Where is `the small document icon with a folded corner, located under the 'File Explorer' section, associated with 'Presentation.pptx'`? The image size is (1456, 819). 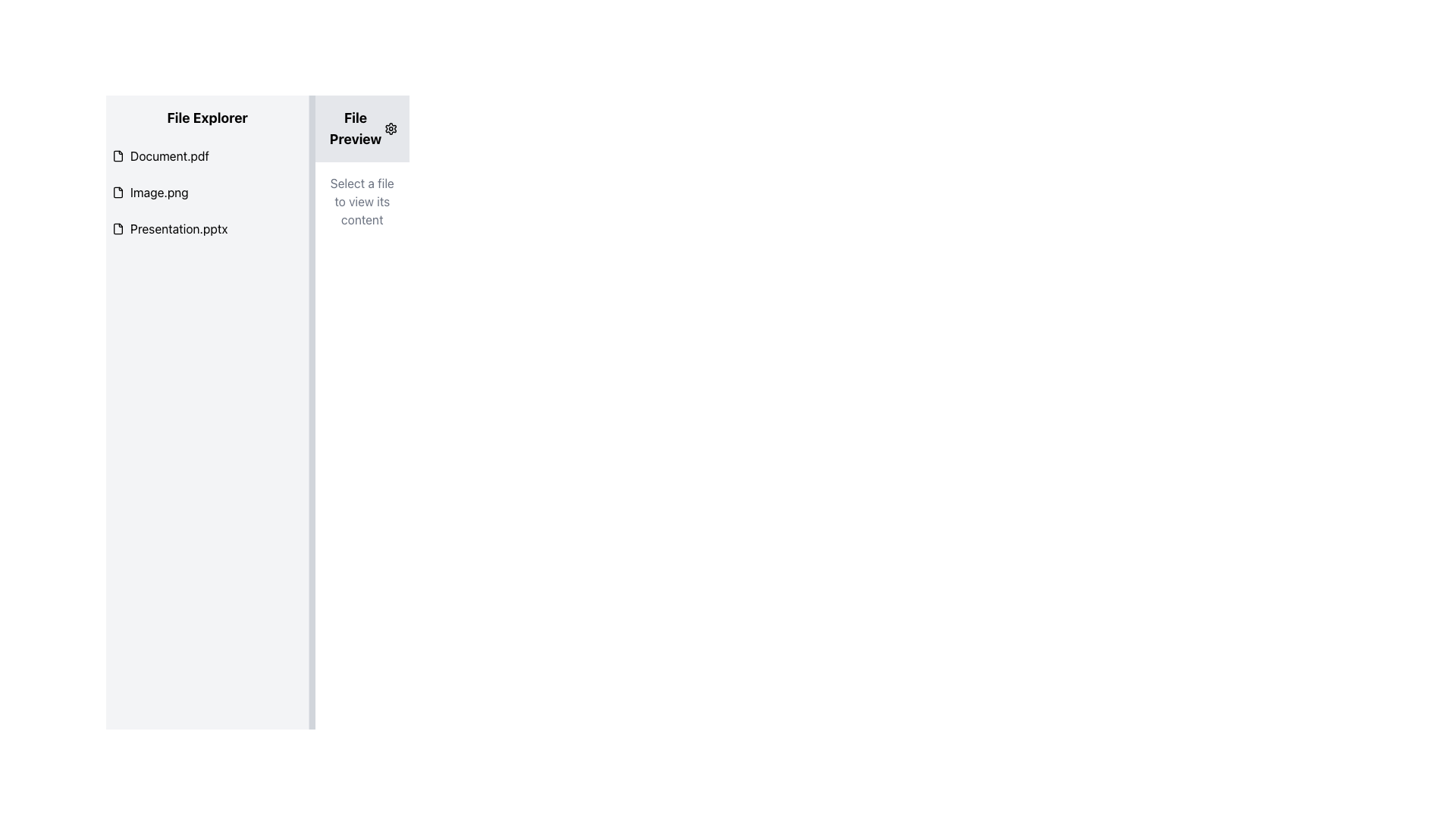
the small document icon with a folded corner, located under the 'File Explorer' section, associated with 'Presentation.pptx' is located at coordinates (118, 228).